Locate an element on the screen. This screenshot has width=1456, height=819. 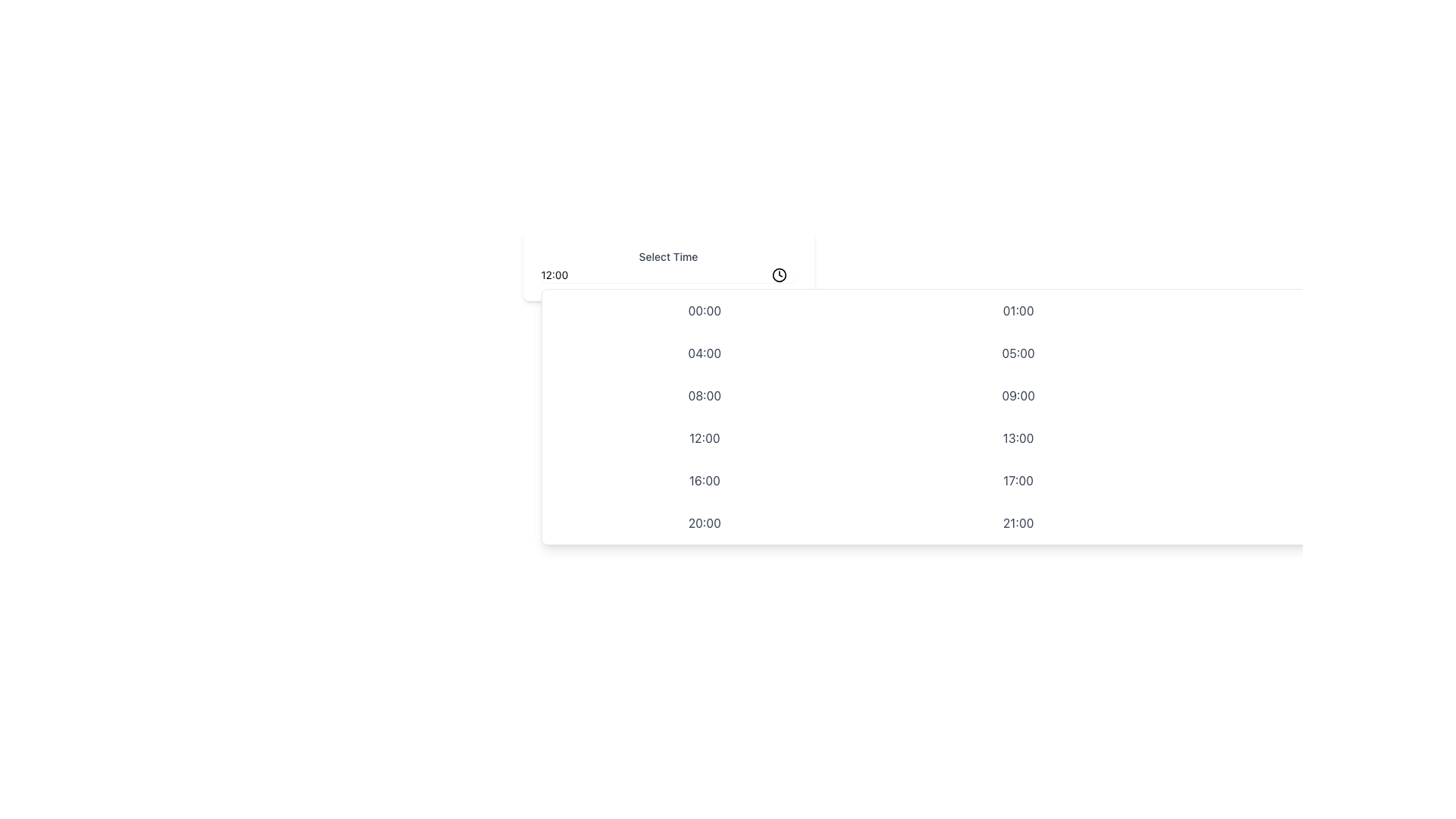
the clock icon component located to the right of the 'Select Time' label and adjacent to the displayed time '12:00' is located at coordinates (779, 275).